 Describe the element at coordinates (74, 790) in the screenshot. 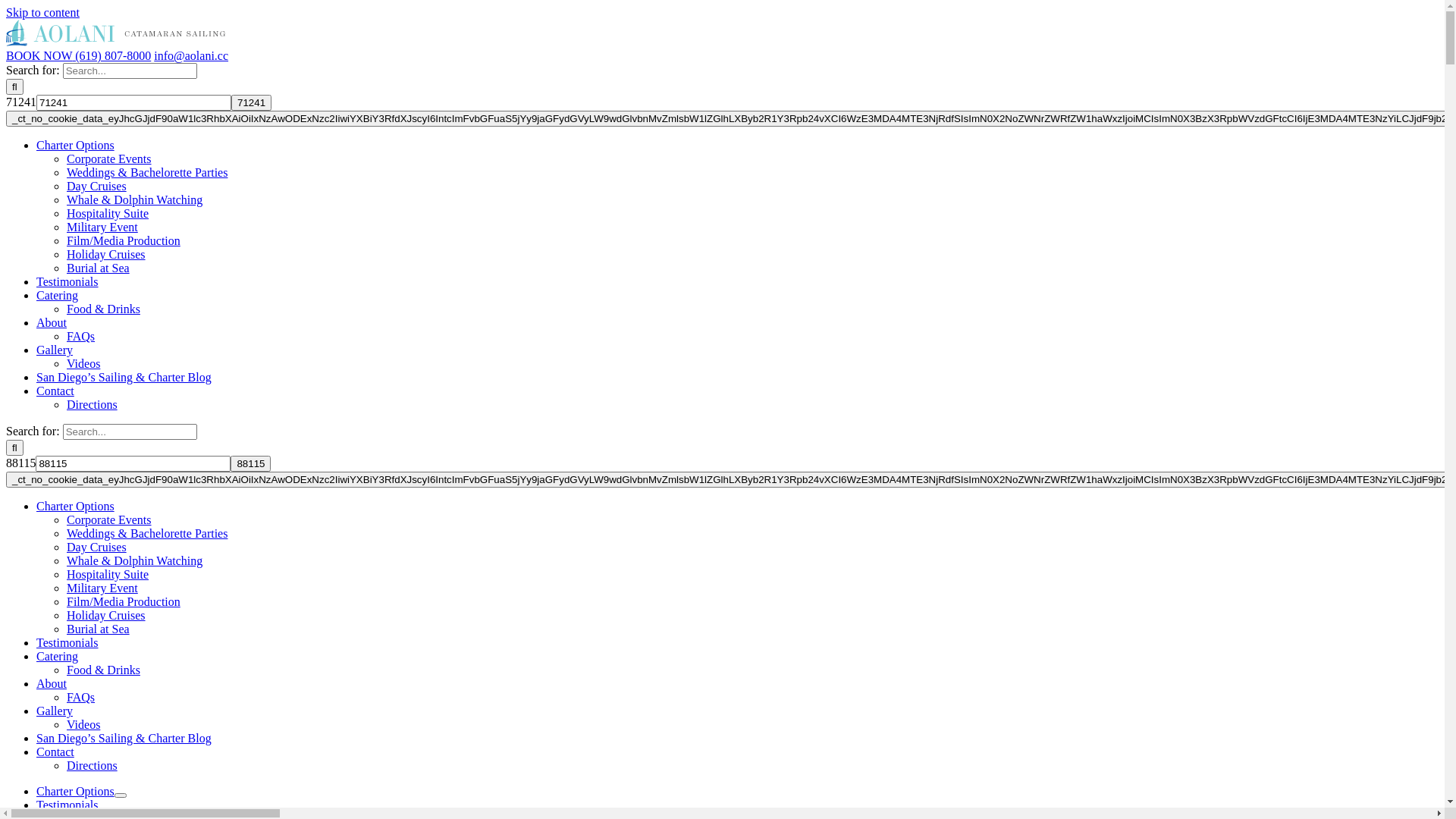

I see `'Charter Options'` at that location.